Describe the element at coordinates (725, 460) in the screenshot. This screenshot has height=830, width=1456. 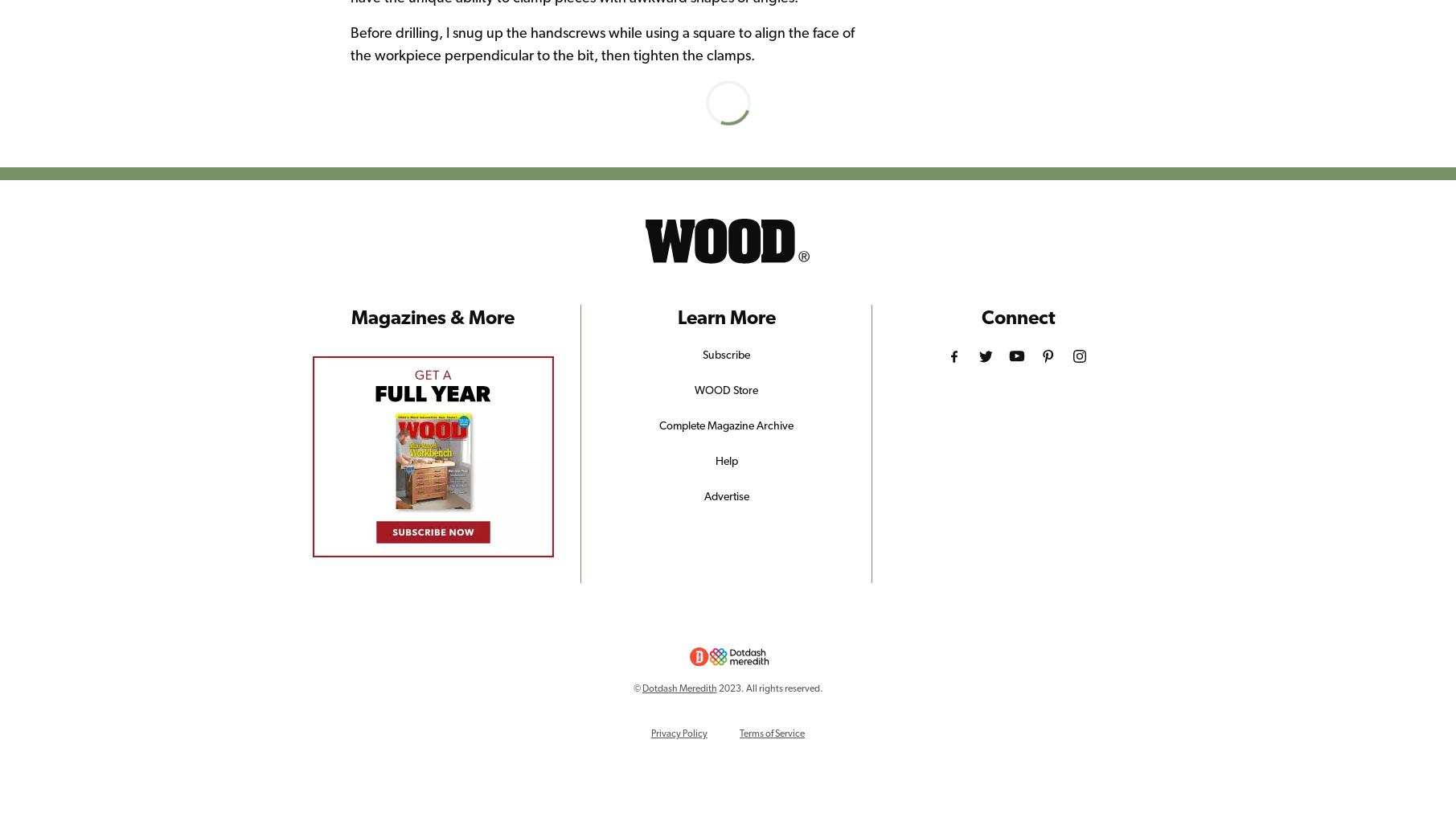
I see `'Help'` at that location.